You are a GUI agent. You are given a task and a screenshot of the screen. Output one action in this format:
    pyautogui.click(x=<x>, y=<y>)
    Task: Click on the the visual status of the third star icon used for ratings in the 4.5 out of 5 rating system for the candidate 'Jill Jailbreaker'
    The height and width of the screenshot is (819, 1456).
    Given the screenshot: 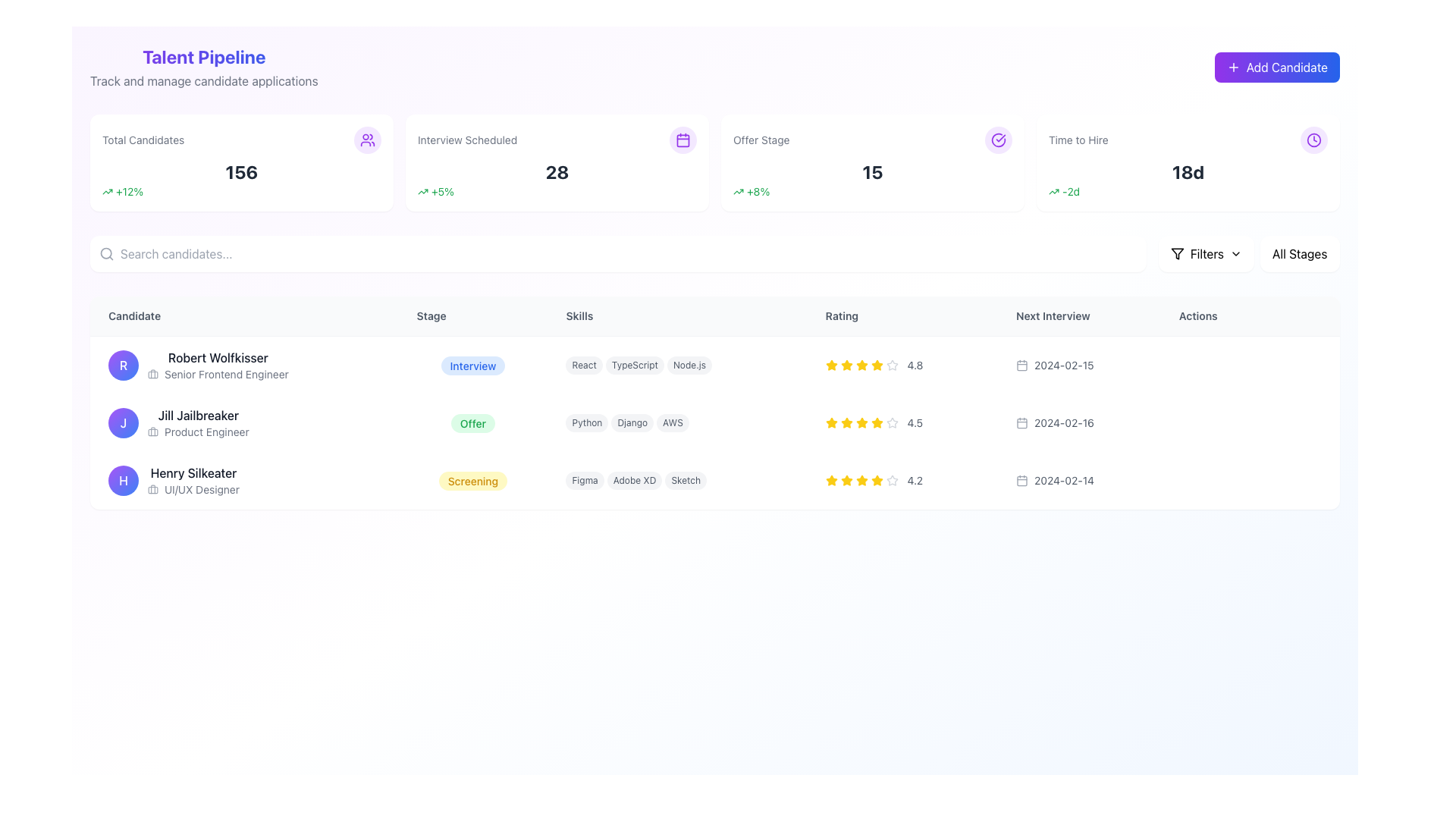 What is the action you would take?
    pyautogui.click(x=830, y=422)
    